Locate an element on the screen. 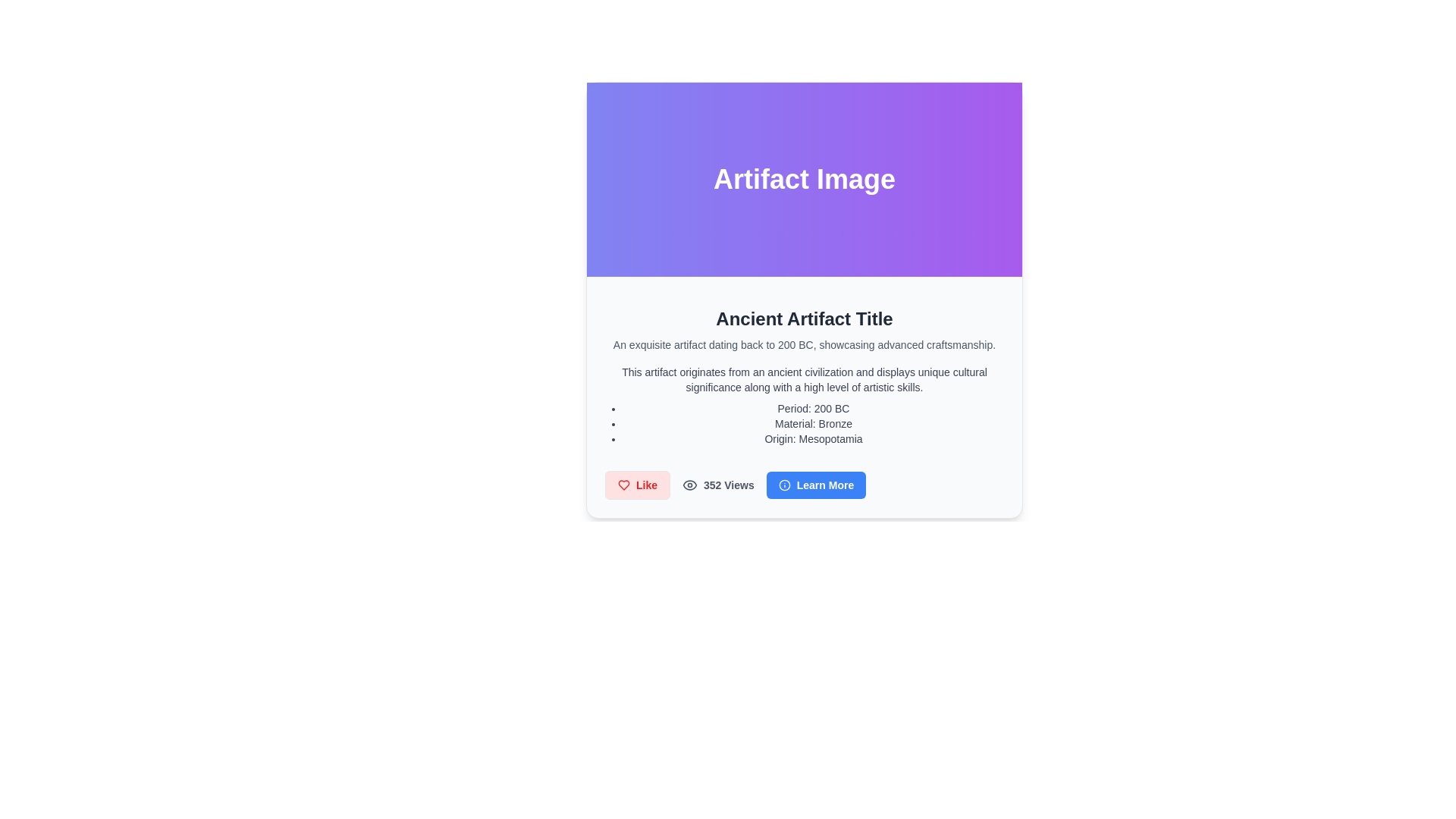  the label displaying '352 Views', which is styled with a gray, slightly bold font and located beside an eye-shaped icon is located at coordinates (729, 485).